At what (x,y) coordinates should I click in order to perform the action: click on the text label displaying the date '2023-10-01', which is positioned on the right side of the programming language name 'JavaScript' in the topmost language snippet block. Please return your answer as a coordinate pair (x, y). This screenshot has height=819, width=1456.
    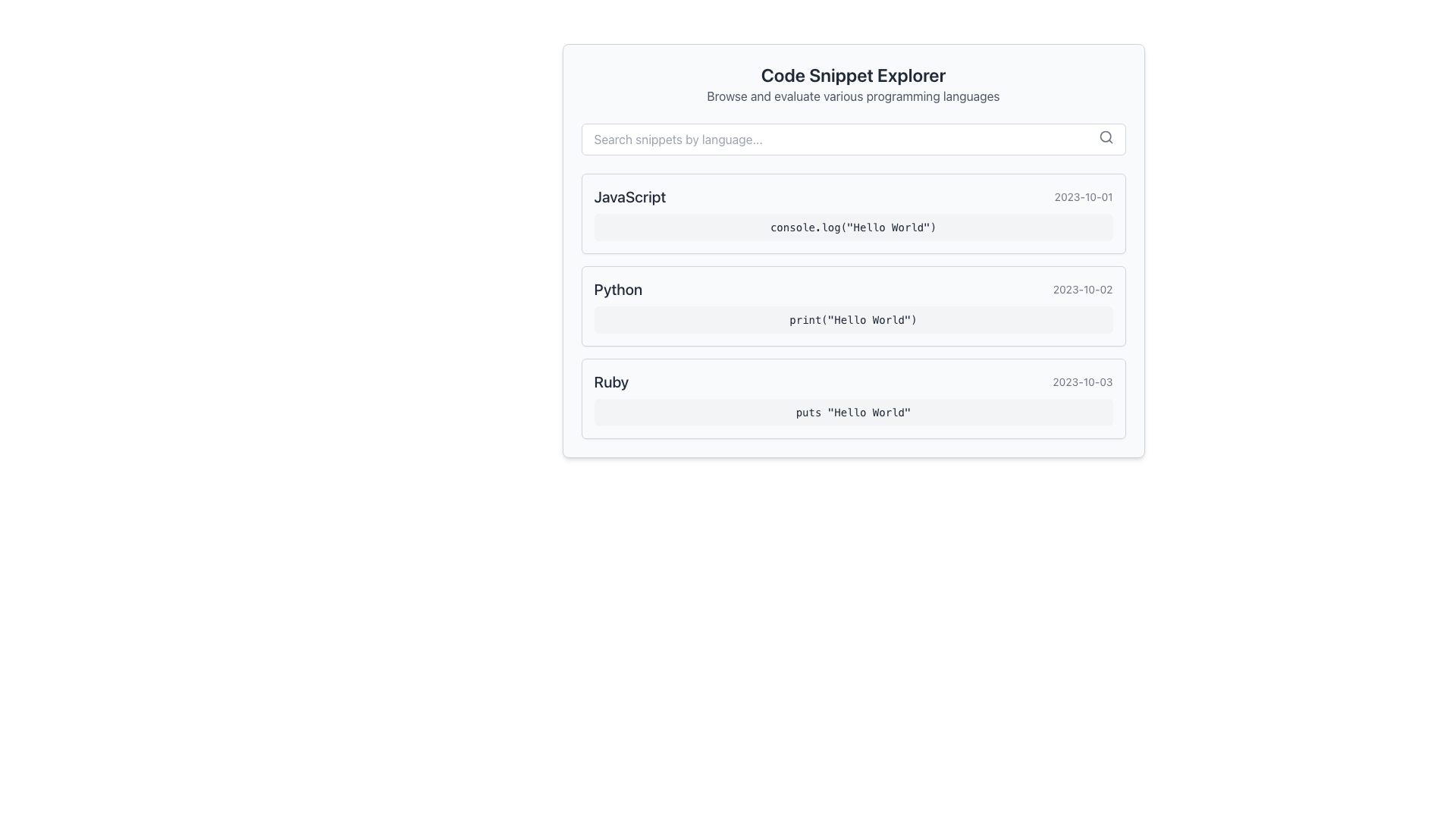
    Looking at the image, I should click on (1083, 196).